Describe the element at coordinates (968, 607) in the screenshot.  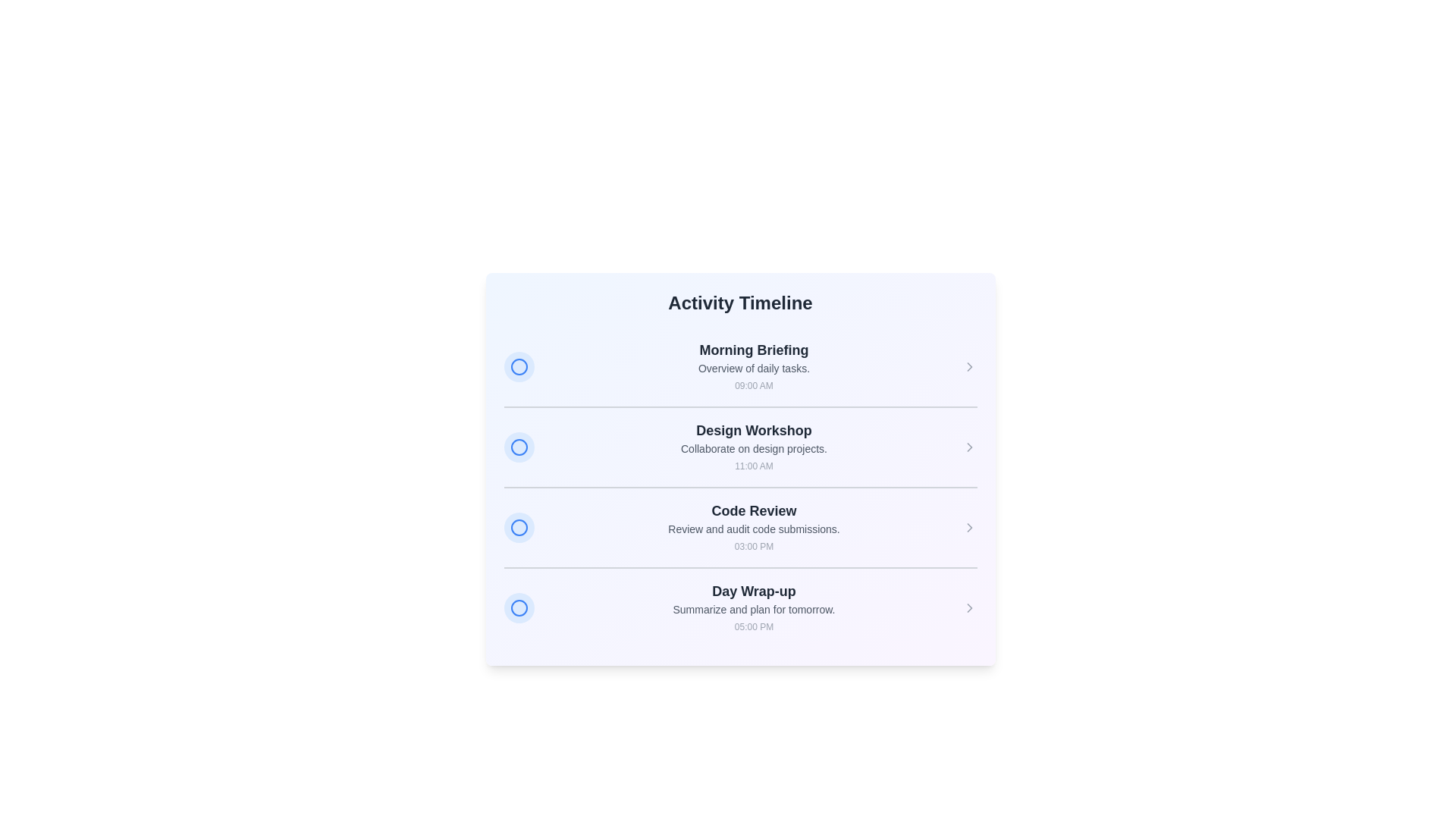
I see `the chevron icon located in the fourth row labeled 'Day Wrap-up'` at that location.